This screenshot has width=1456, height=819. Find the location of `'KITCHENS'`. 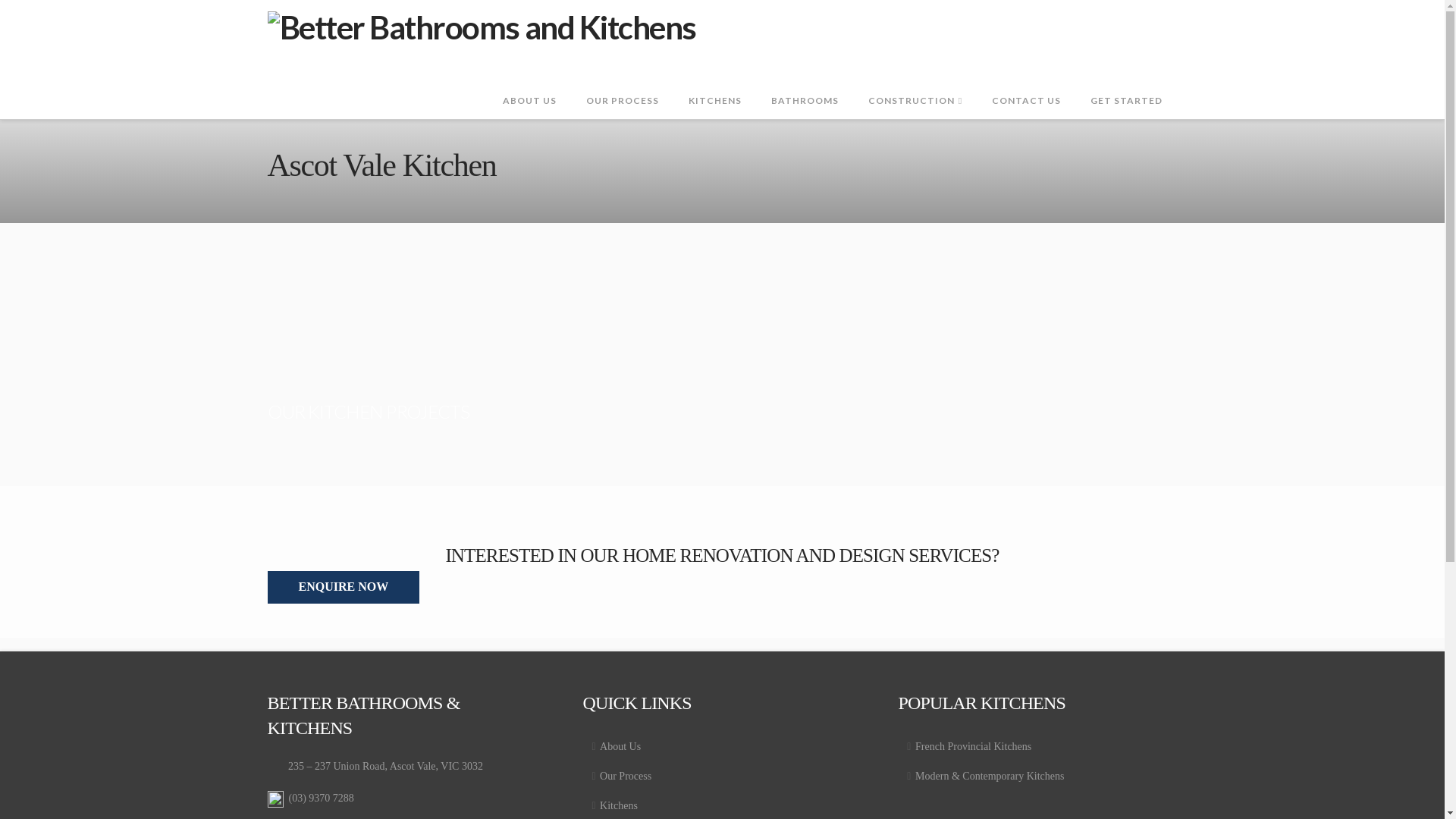

'KITCHENS' is located at coordinates (714, 84).